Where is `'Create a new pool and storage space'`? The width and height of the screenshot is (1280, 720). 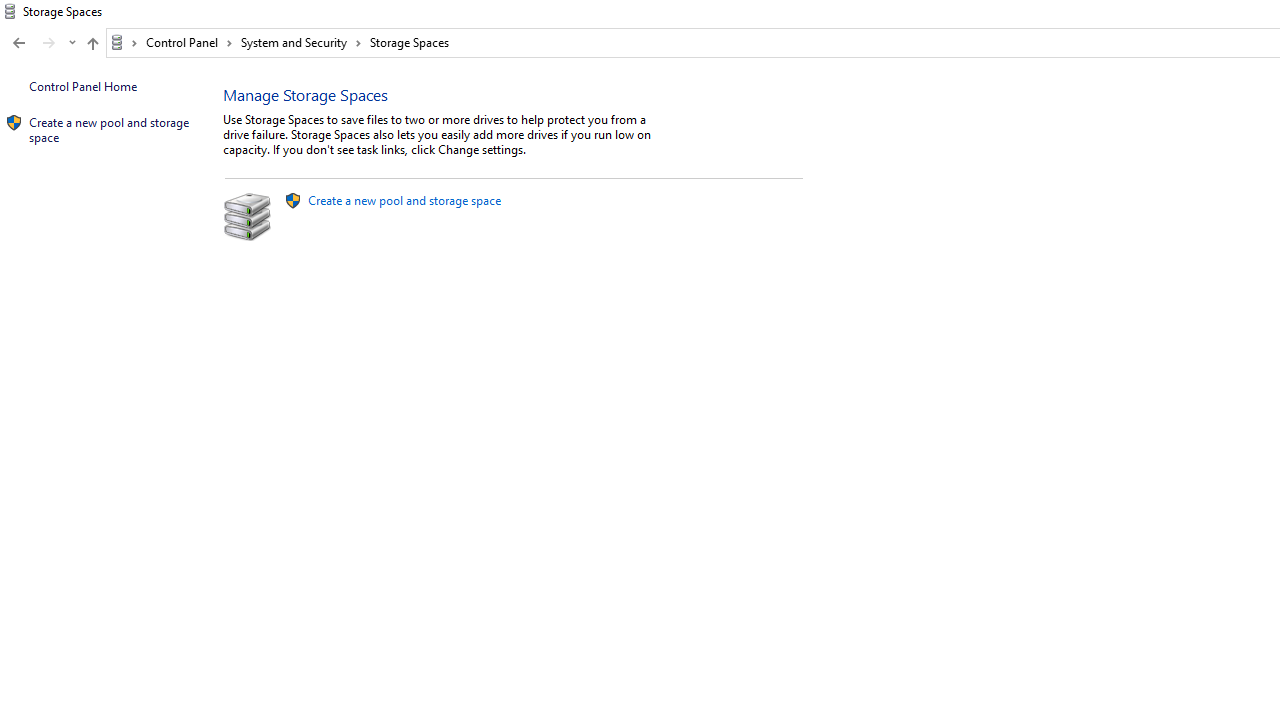
'Create a new pool and storage space' is located at coordinates (403, 200).